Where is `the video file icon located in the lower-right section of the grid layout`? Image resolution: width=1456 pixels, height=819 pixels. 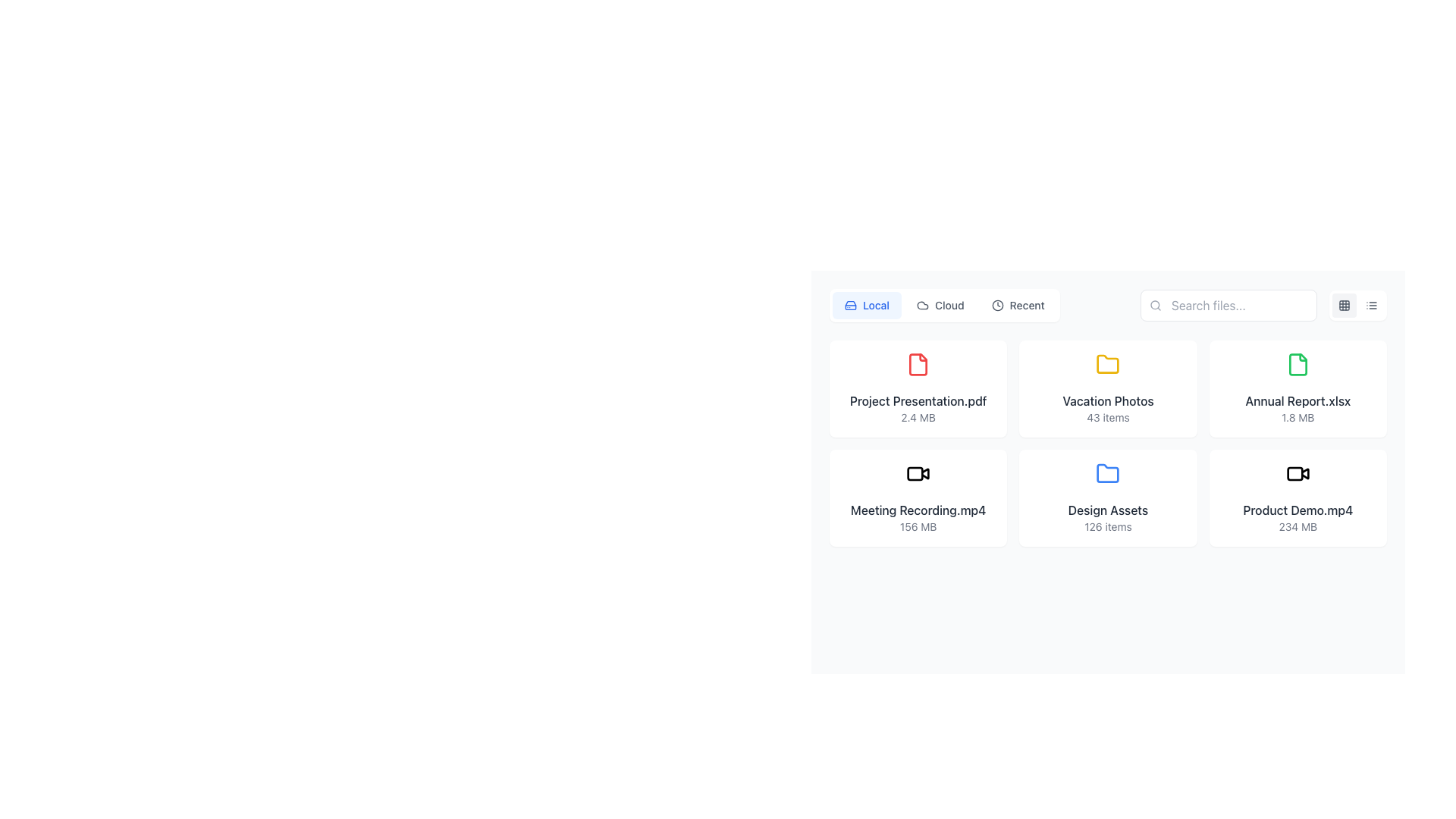 the video file icon located in the lower-right section of the grid layout is located at coordinates (1304, 472).